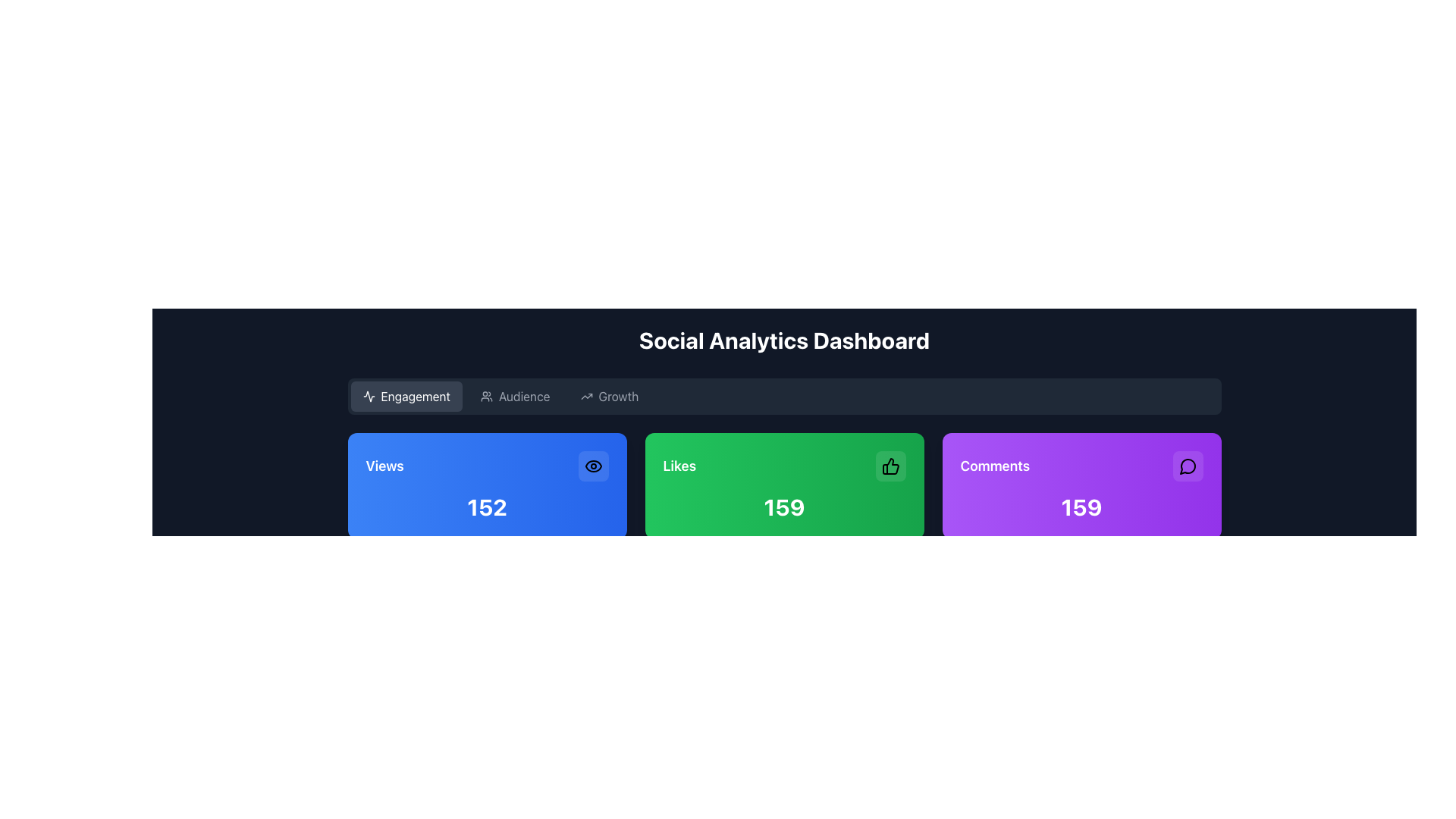 This screenshot has width=1456, height=819. What do you see at coordinates (524, 396) in the screenshot?
I see `the 'Audience' text label located in the central navigation bar, positioned to the right of 'Engagement' and to the left of 'Growth', to gain context about the category or section it represents` at bounding box center [524, 396].